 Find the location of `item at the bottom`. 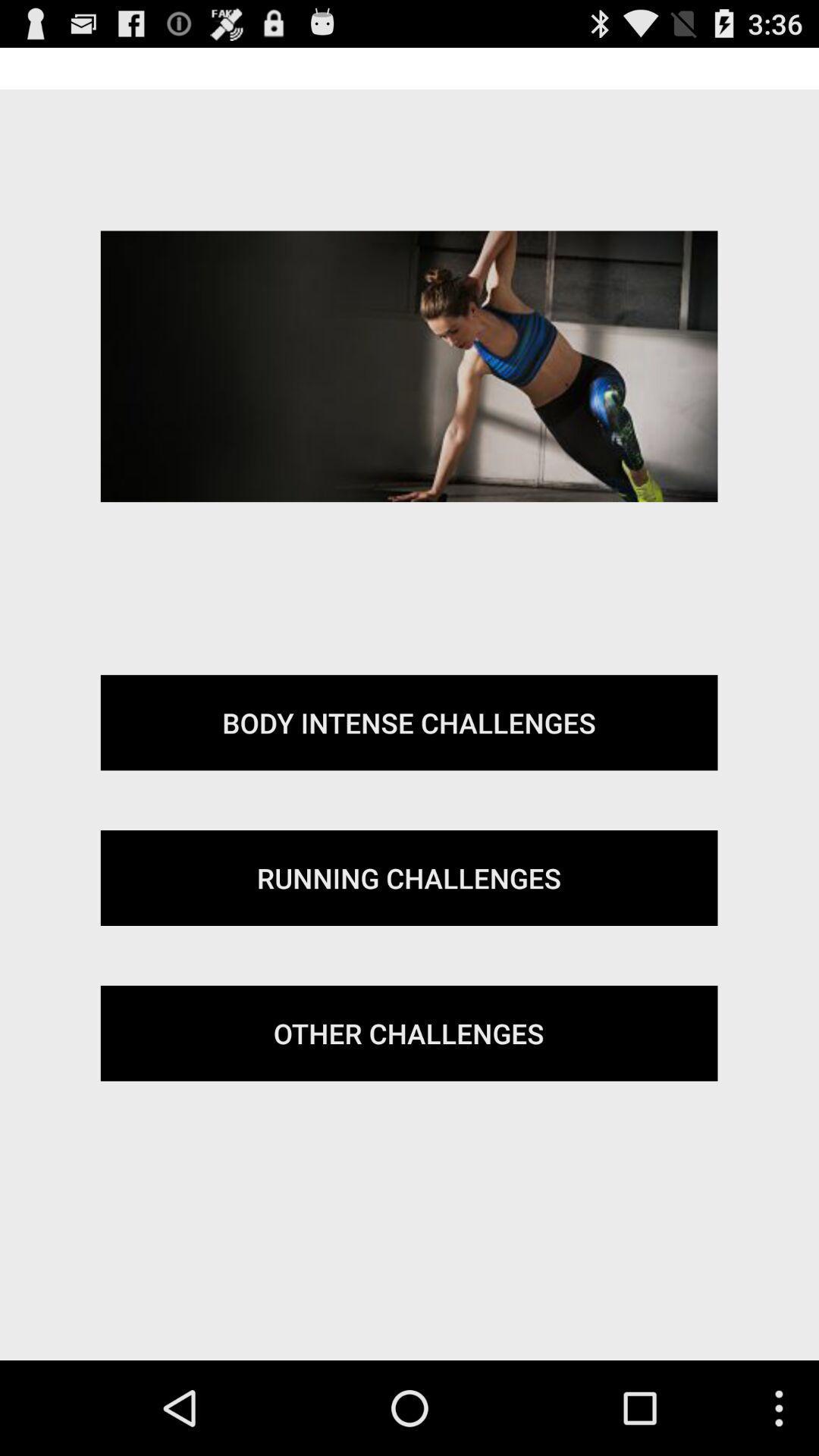

item at the bottom is located at coordinates (408, 1032).